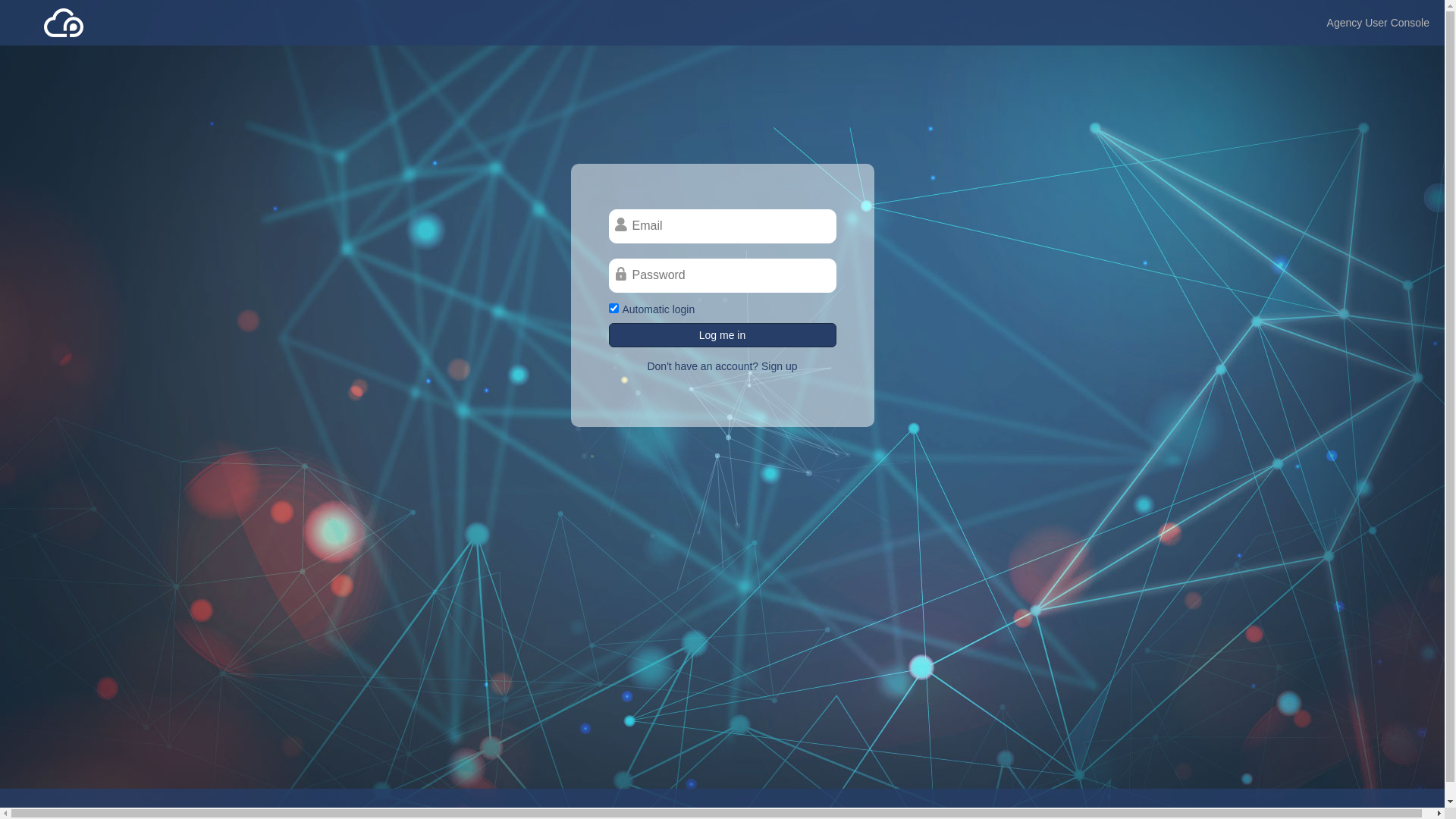 Image resolution: width=1456 pixels, height=819 pixels. I want to click on ' Sign up', so click(777, 366).